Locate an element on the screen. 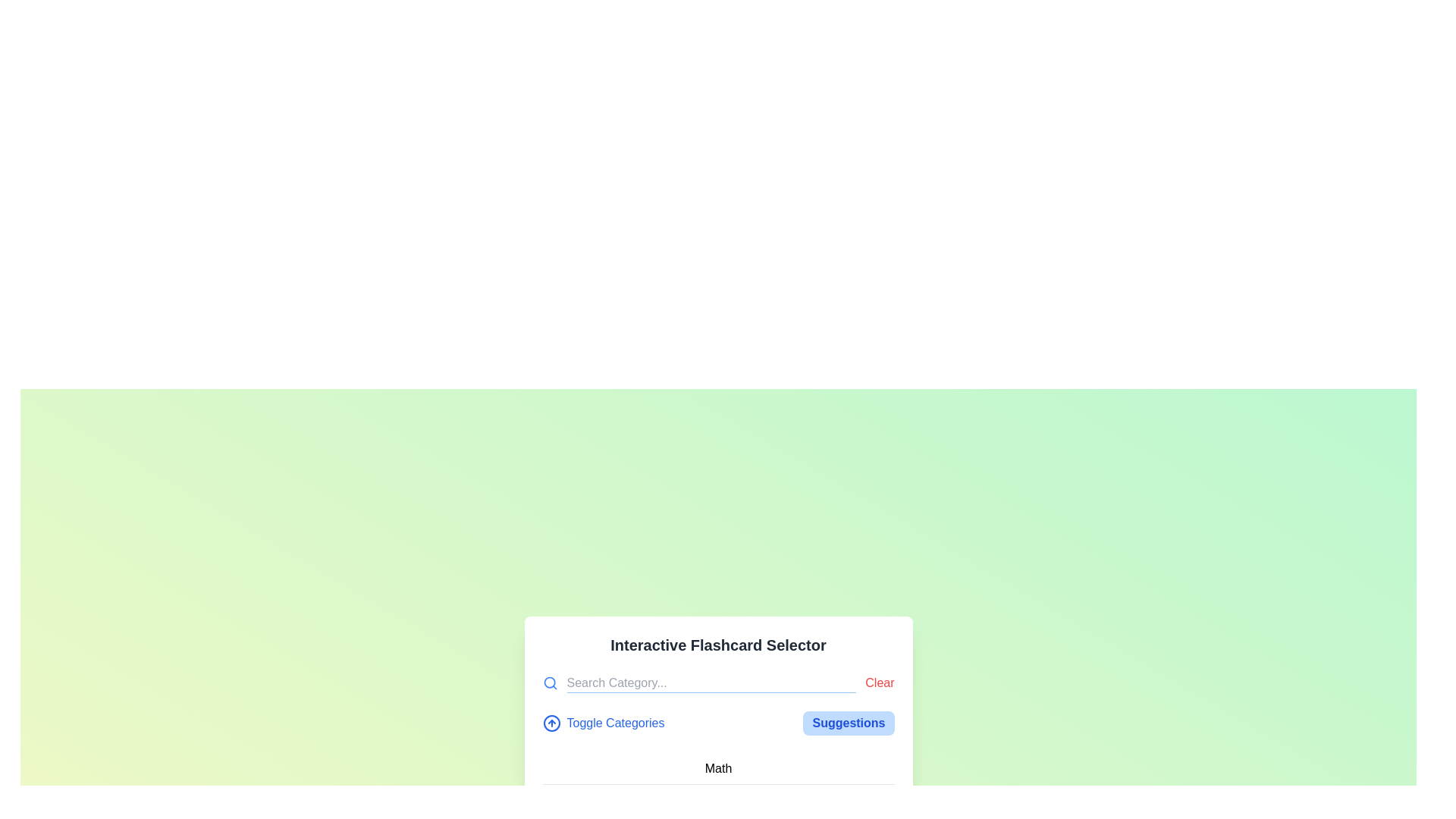 Image resolution: width=1456 pixels, height=819 pixels. the SVG icon depicting a circle with an upward-pointing arrow inside, which is located to the left of the 'Toggle Categories' text is located at coordinates (551, 722).